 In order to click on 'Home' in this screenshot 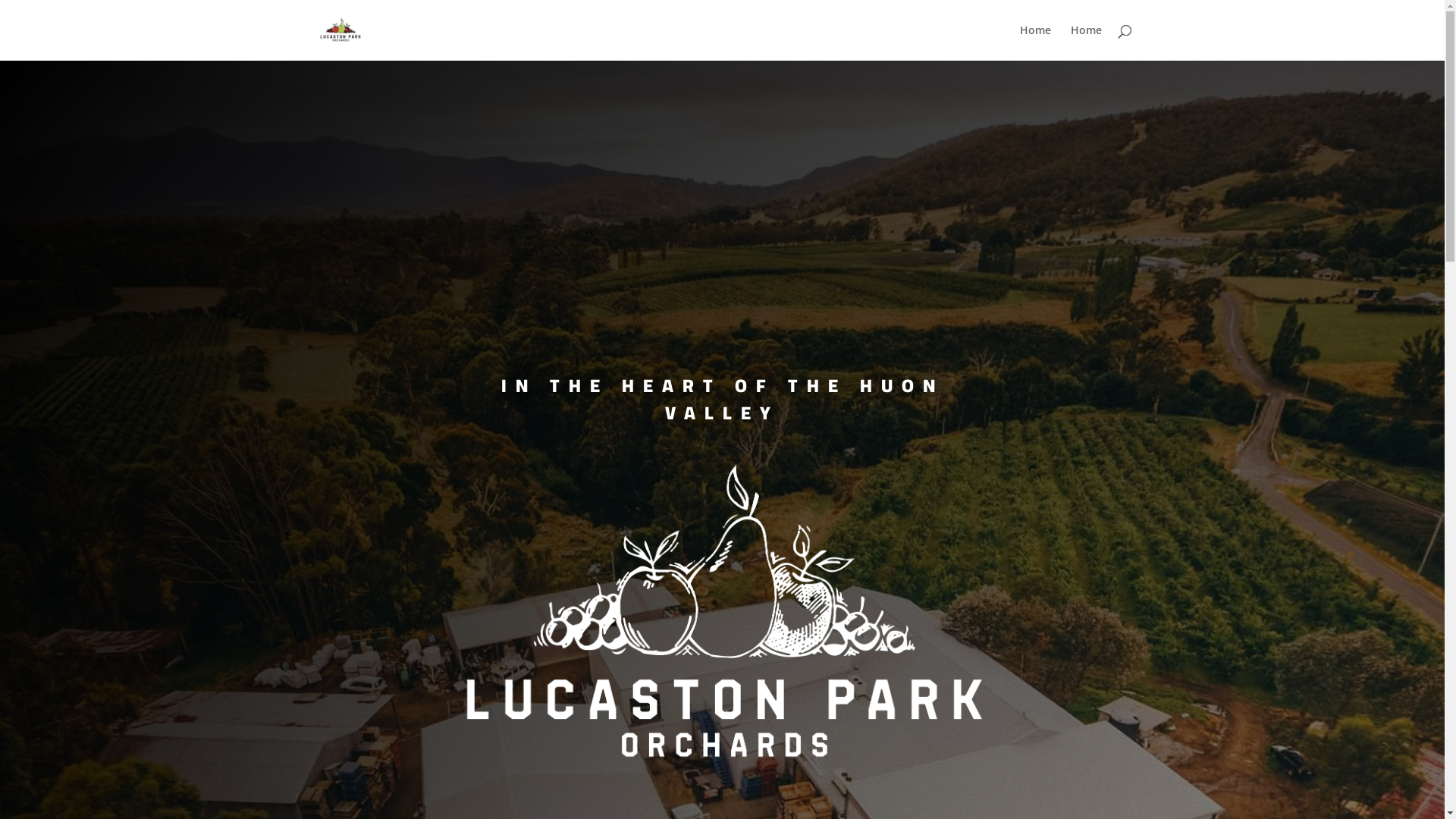, I will do `click(1034, 42)`.